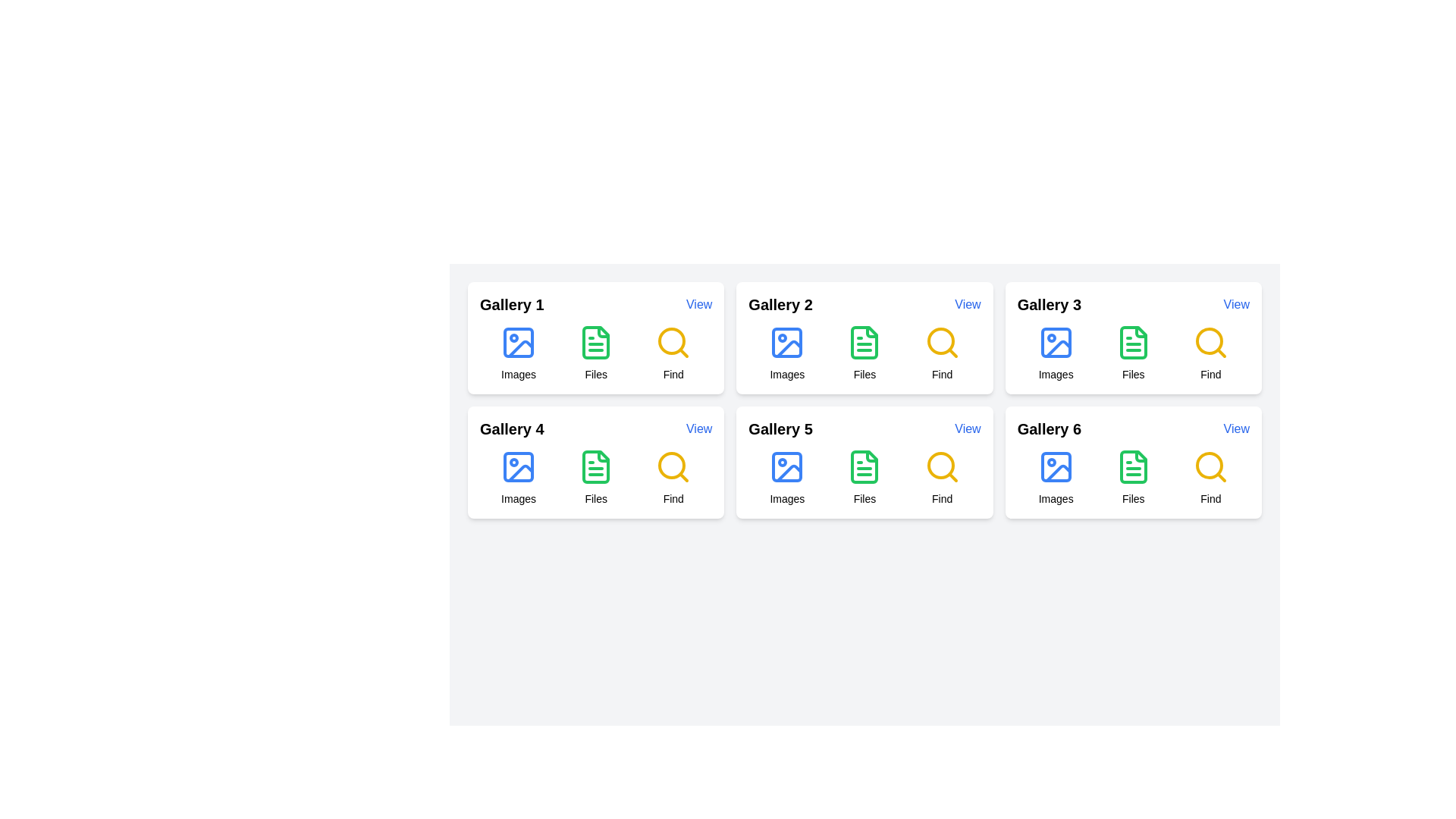 This screenshot has height=819, width=1456. Describe the element at coordinates (787, 342) in the screenshot. I see `the 'Images' icon located in the 'Gallery 2' card` at that location.